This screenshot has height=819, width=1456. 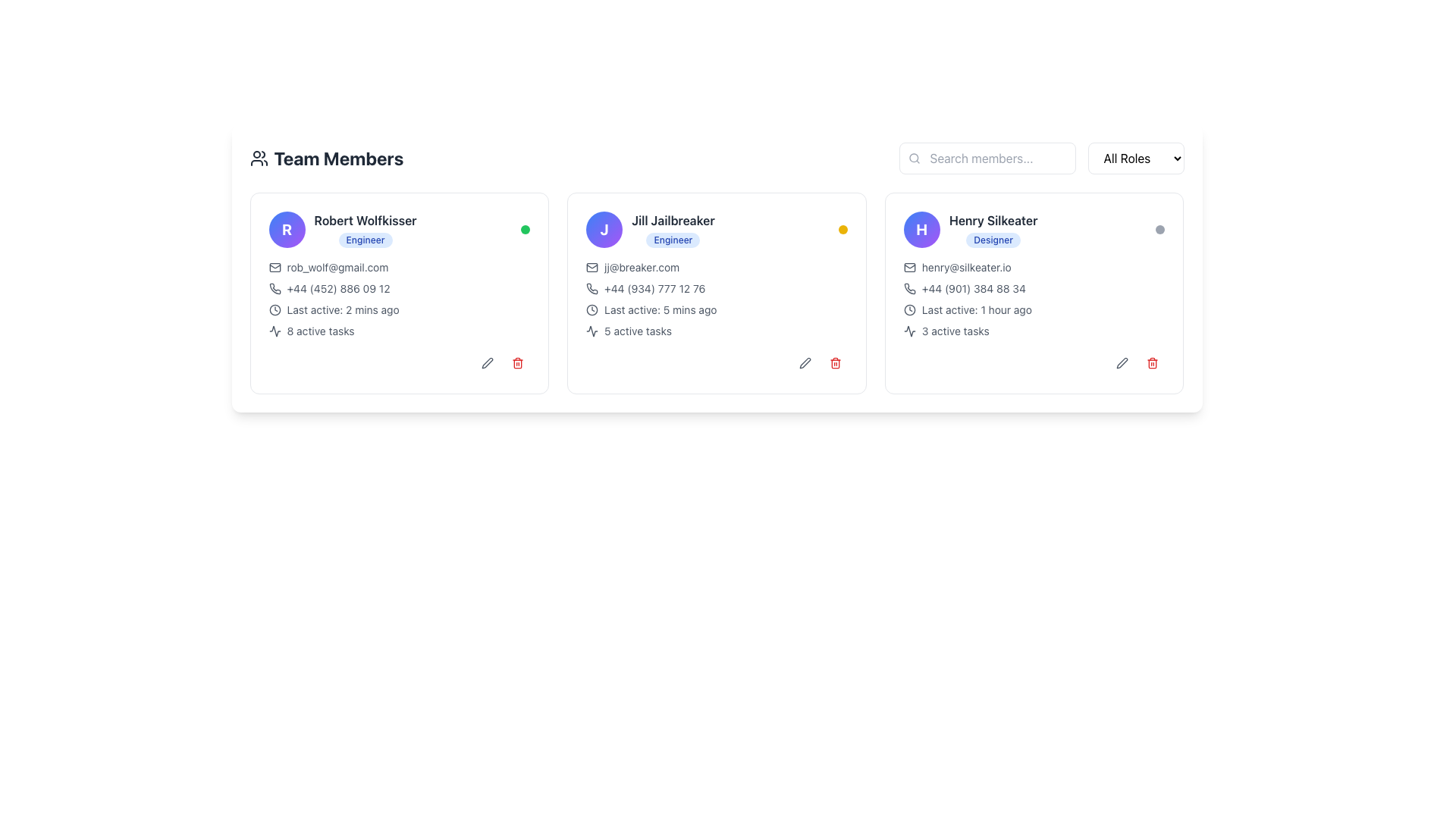 I want to click on text element that informs users about the number of active tasks associated with Robert Wolfkisser, located under 'Last active: 2 mins ago' and to the right of the activity icon, so click(x=319, y=330).